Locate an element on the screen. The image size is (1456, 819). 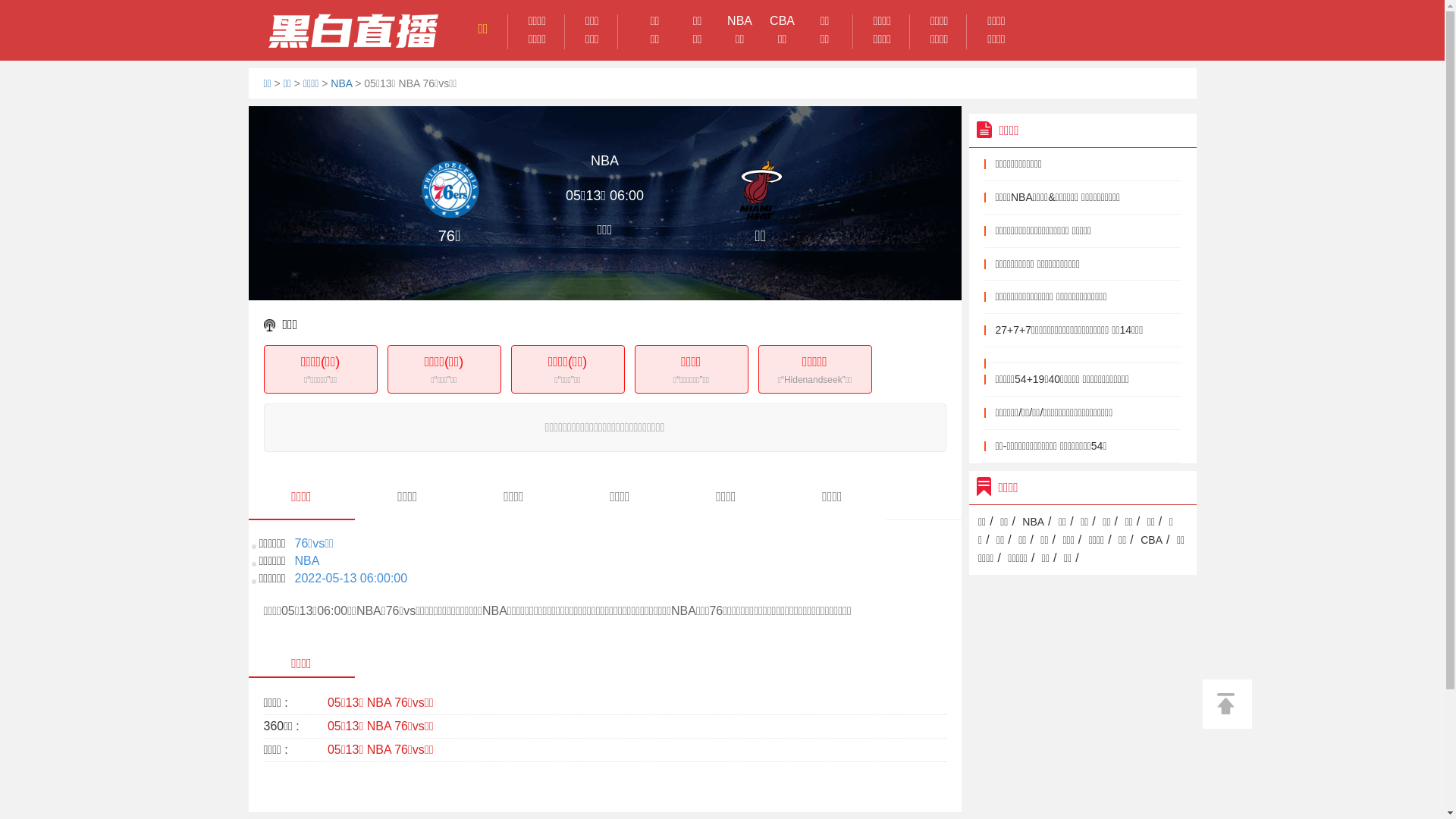
'CBA' is located at coordinates (1151, 539).